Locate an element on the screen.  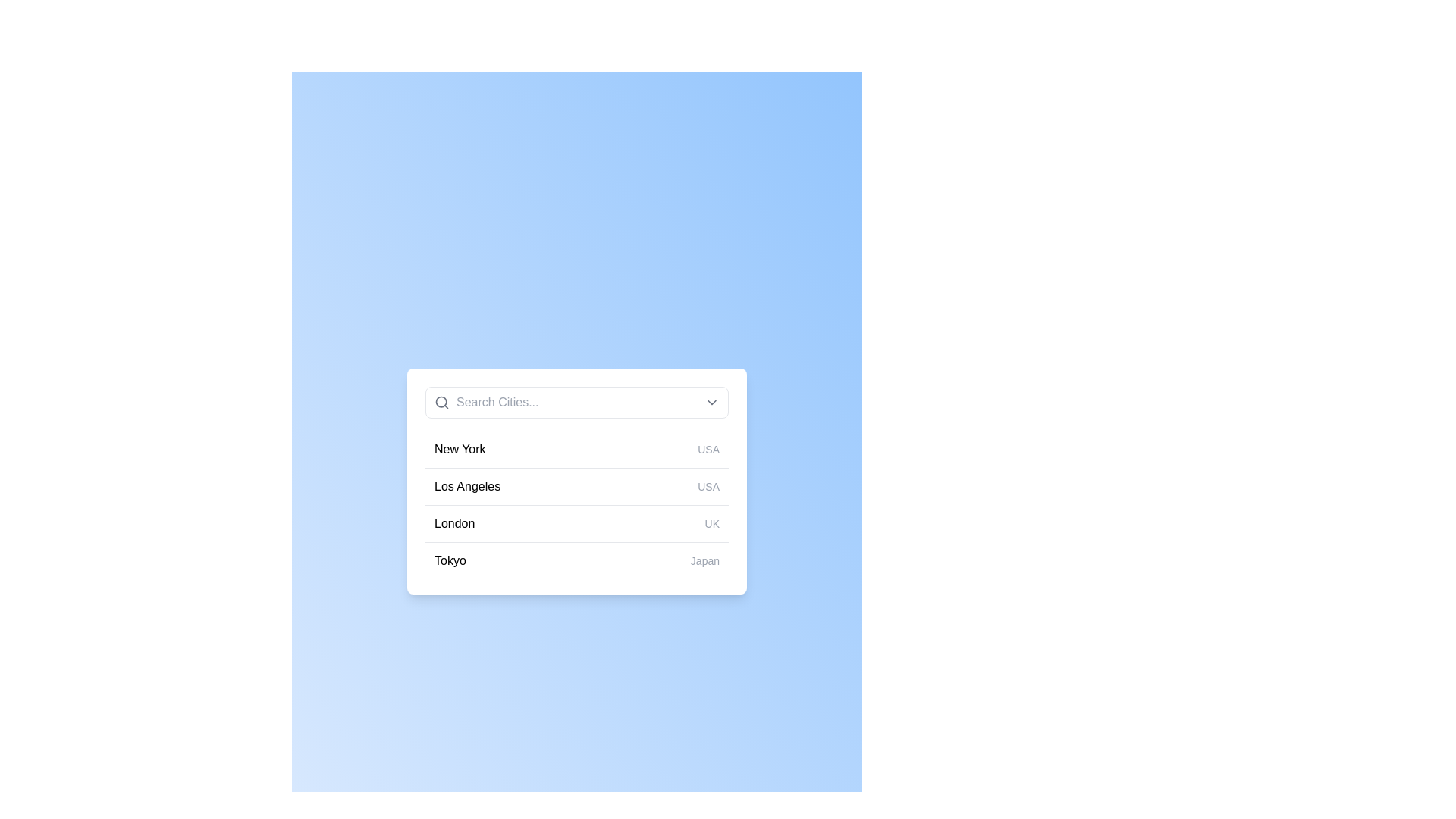
the search icon which visually represents the action of initiating a search, located at the leftmost position of the search bar near the top-center of the interface is located at coordinates (441, 402).